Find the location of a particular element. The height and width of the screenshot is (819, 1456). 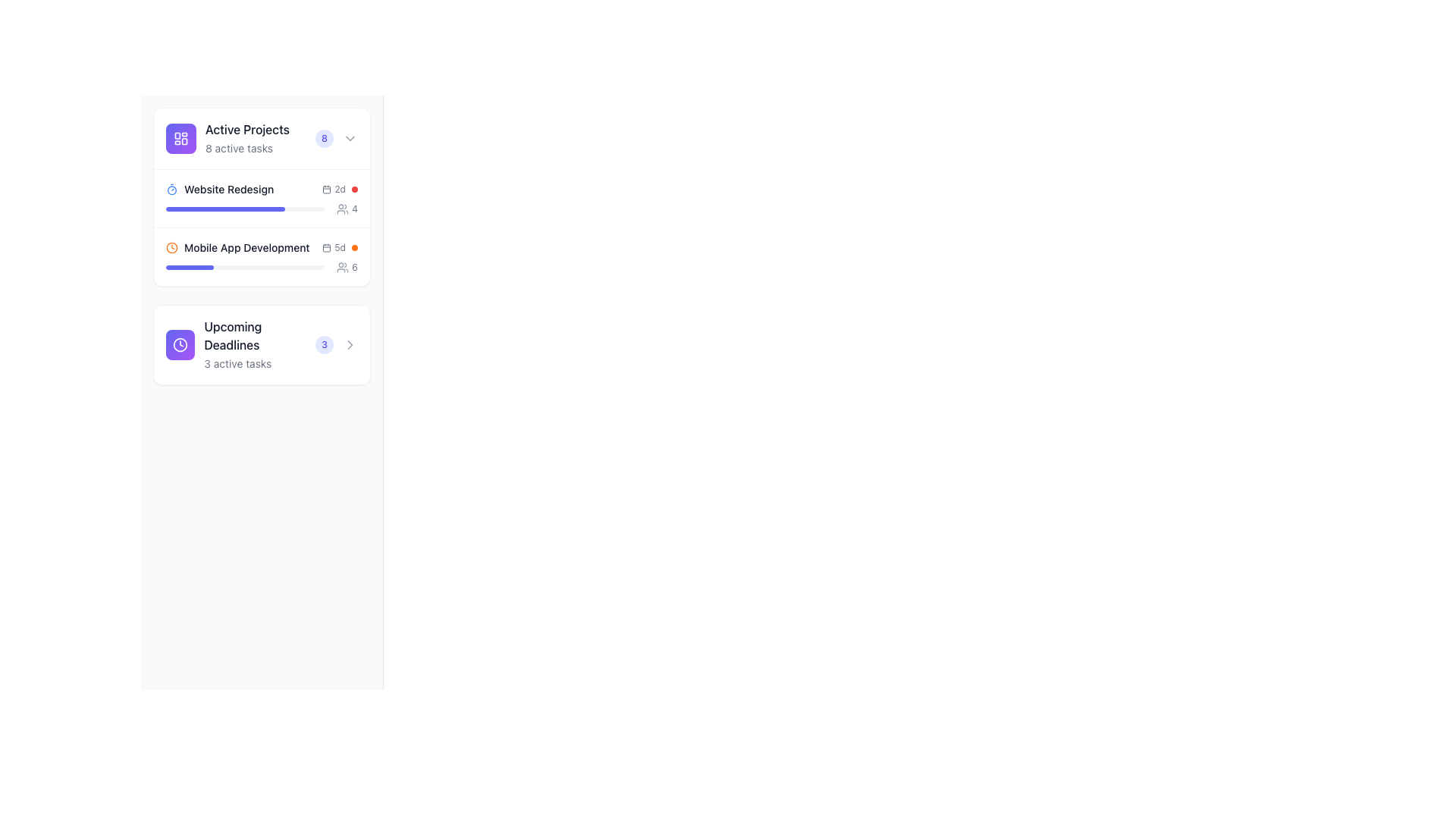

the date or deadline icon located to the left of the text '2d', which is part of a horizontally aligned group of elements is located at coordinates (326, 189).